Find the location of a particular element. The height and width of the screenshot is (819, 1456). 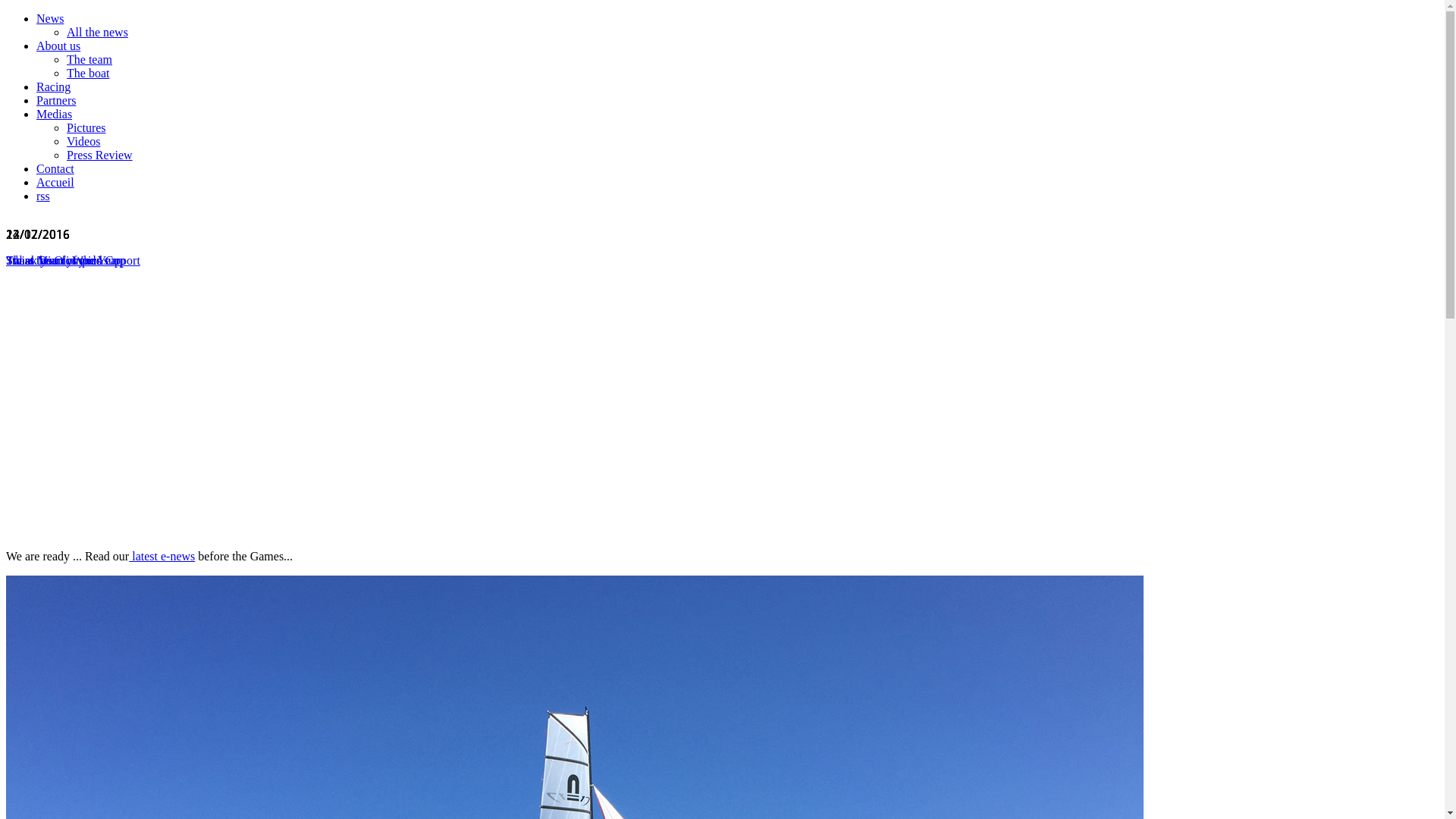

'Accueil' is located at coordinates (55, 181).